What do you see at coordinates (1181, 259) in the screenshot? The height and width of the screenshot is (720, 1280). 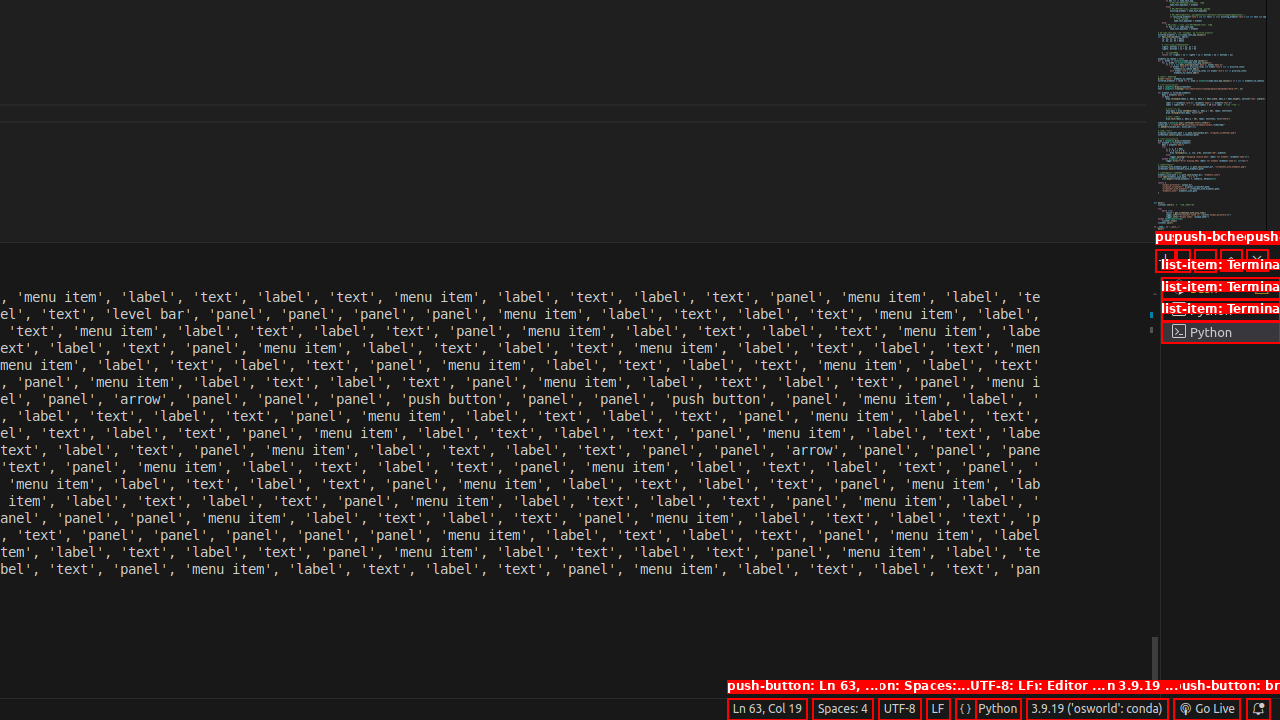 I see `'Launch Profile...'` at bounding box center [1181, 259].